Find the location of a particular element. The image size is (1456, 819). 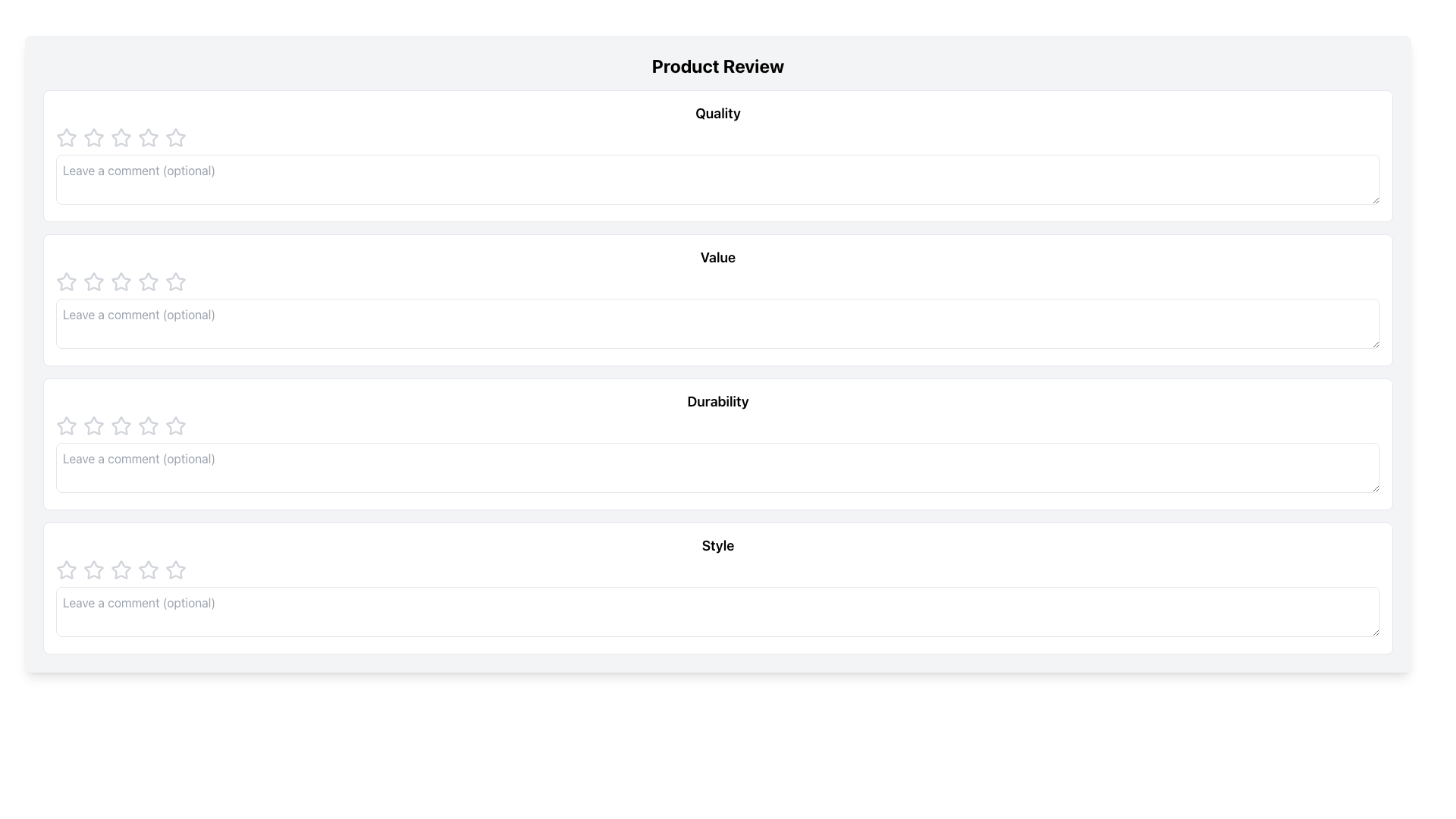

the first hollow star icon in the rating component located beneath the 'Style' section header is located at coordinates (175, 570).